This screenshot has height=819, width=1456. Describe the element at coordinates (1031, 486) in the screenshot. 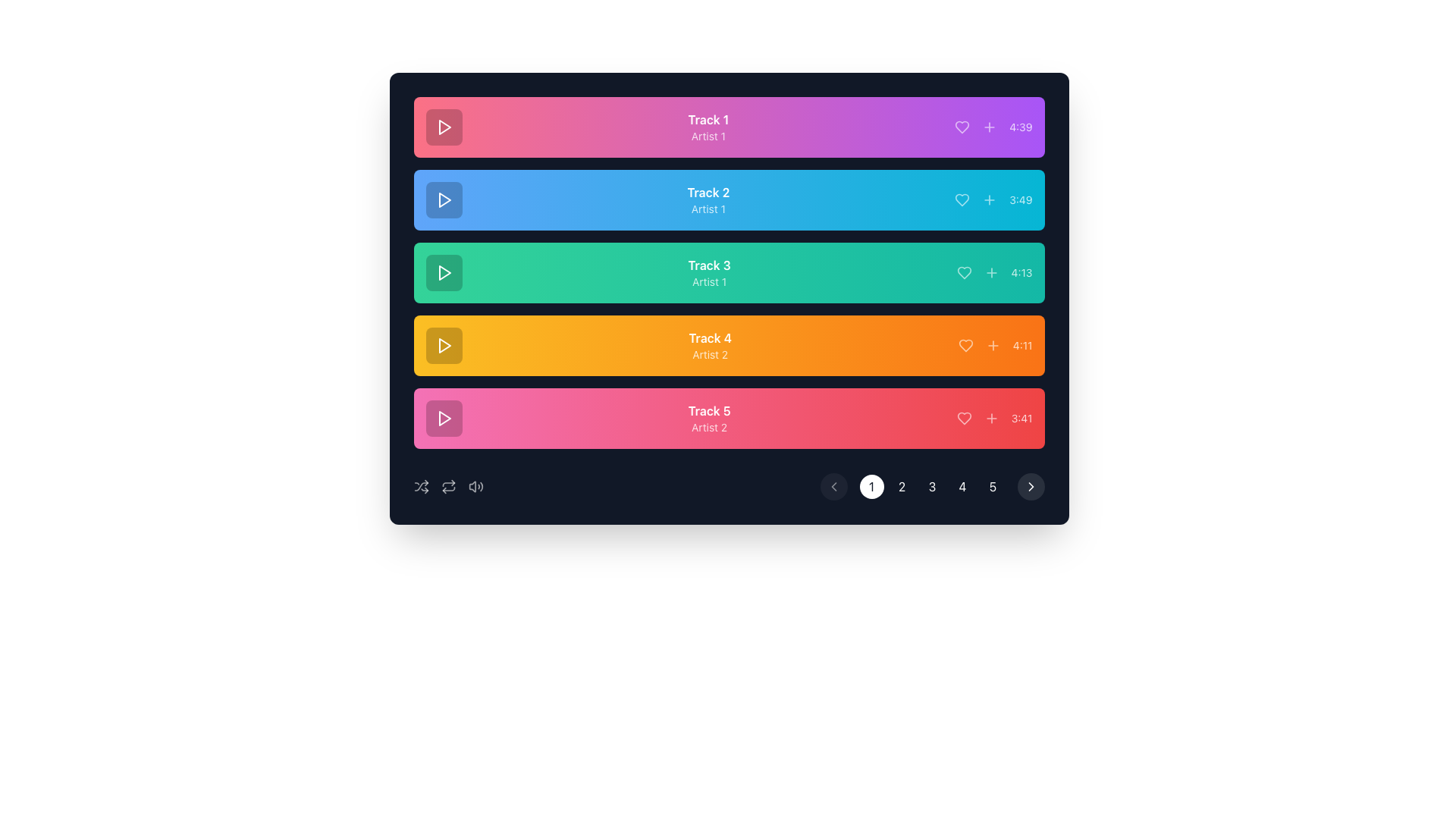

I see `the 'next' button located at the far-right side of the pagination section` at that location.